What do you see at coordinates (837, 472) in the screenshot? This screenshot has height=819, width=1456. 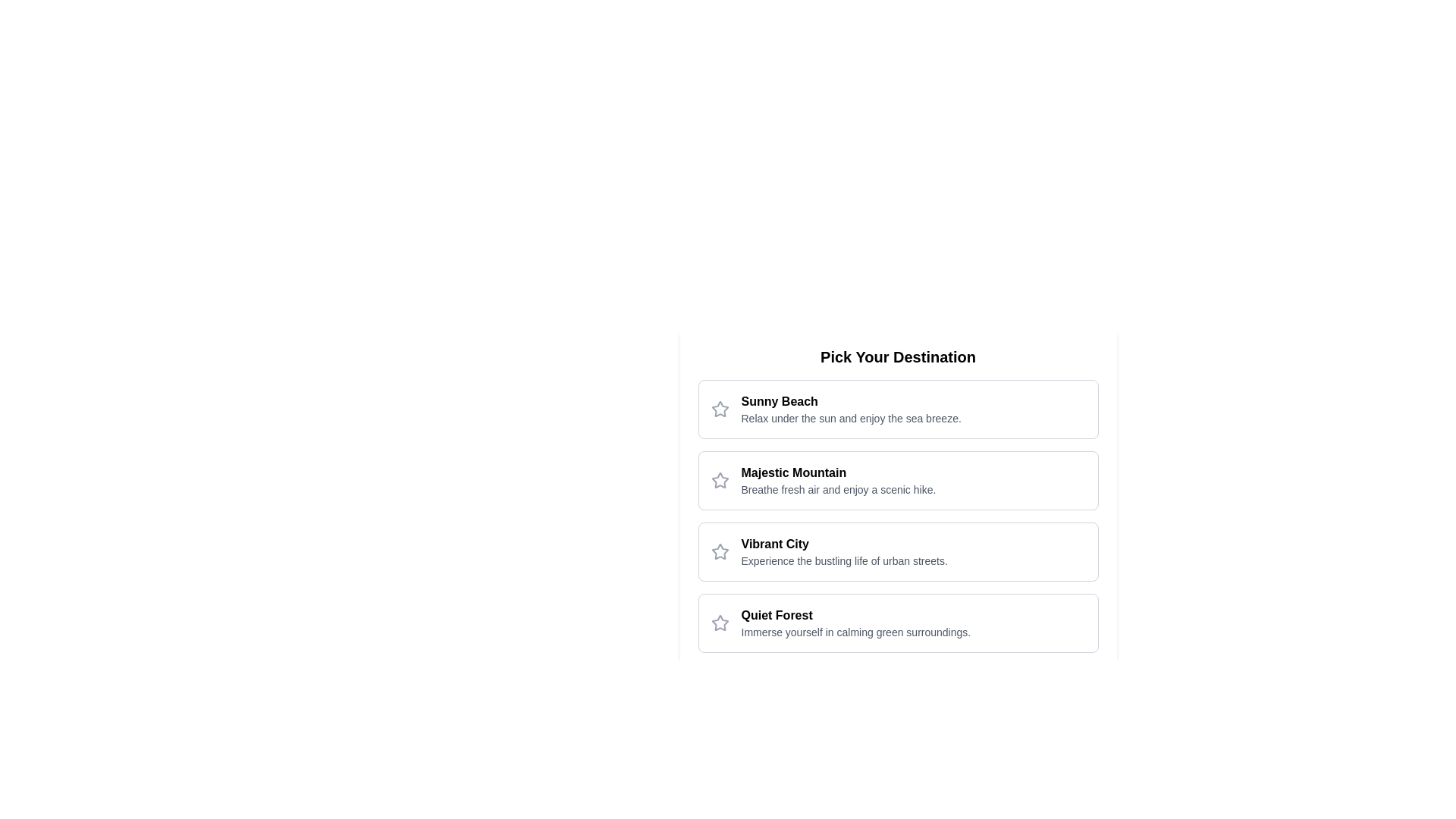 I see `the 'Majestic Mountain' text label which is the title of the second entry in the list of destinations, positioned between 'Sunny Beach' and 'Vibrant City'` at bounding box center [837, 472].